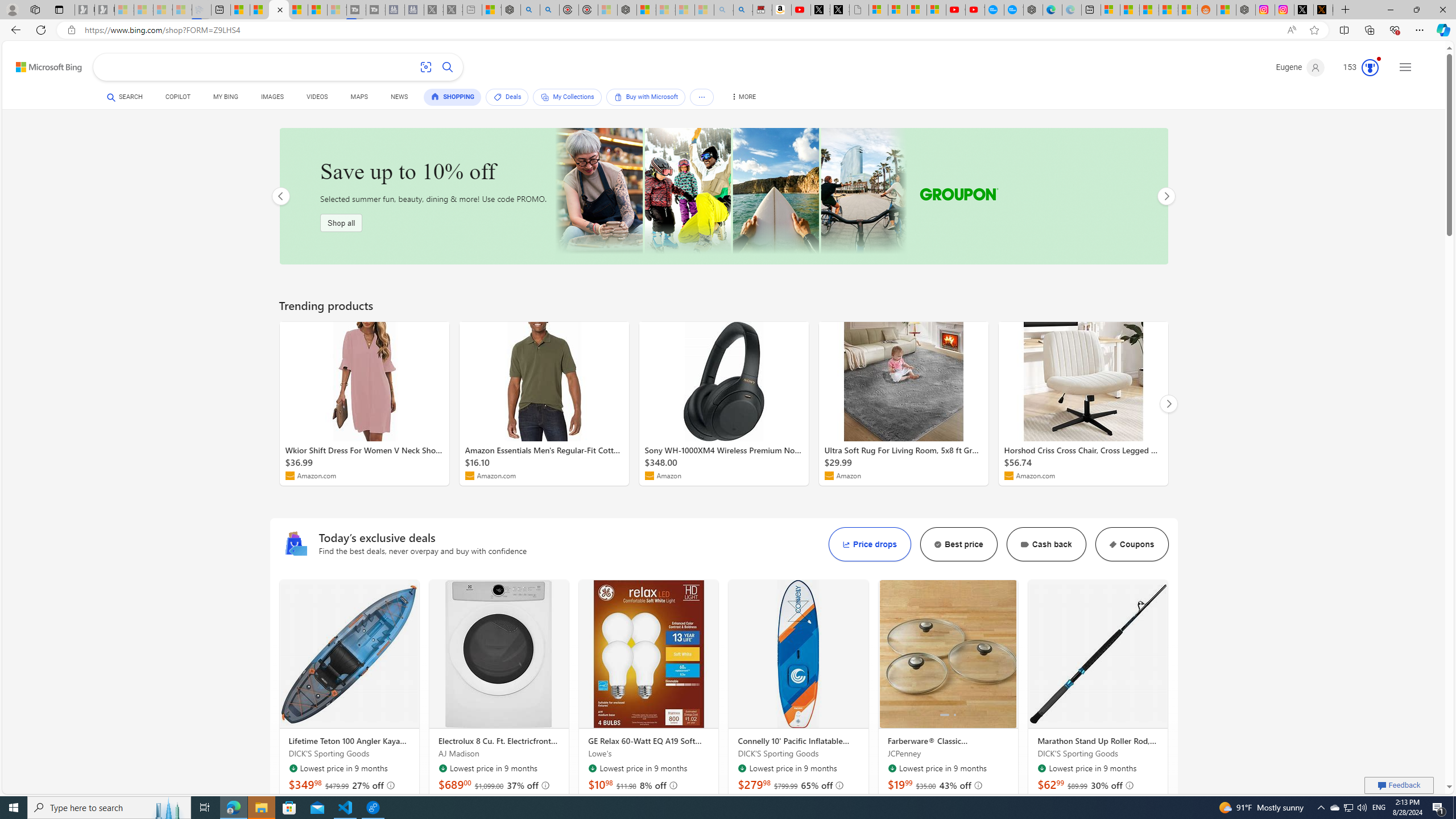 The image size is (1456, 819). I want to click on 'Eugene', so click(1300, 67).